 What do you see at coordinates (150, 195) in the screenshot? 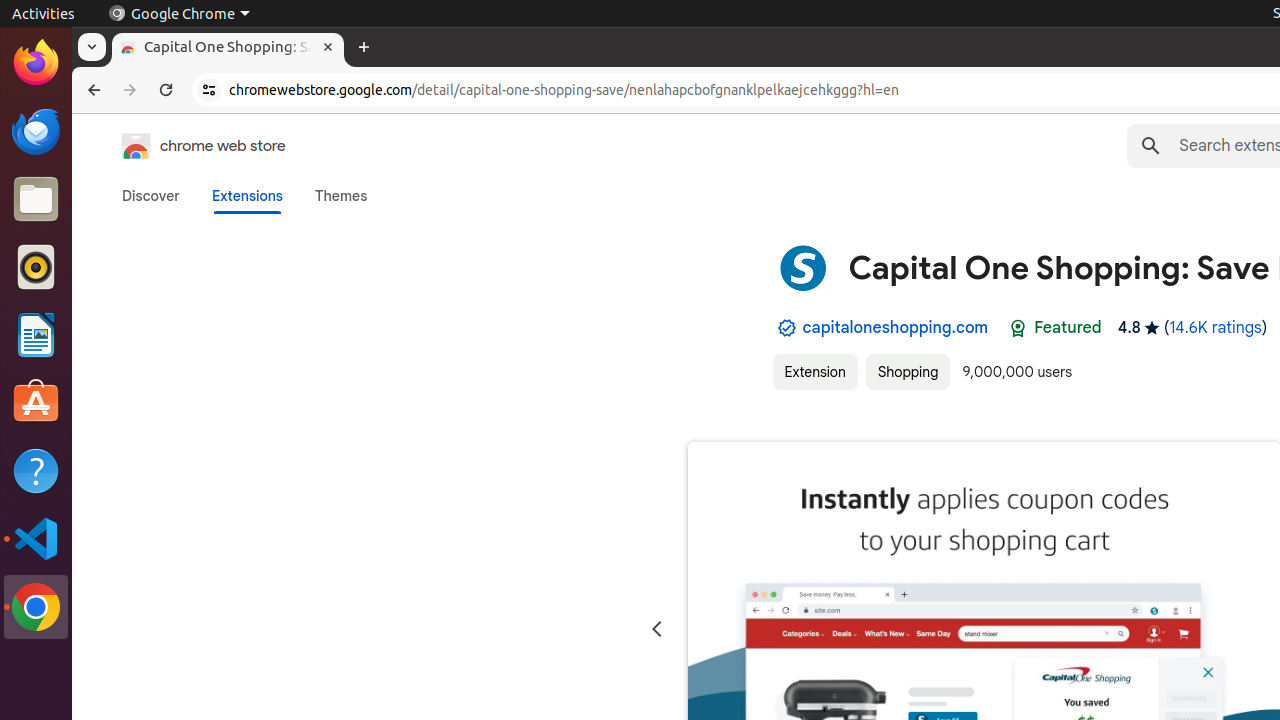
I see `'Discover'` at bounding box center [150, 195].